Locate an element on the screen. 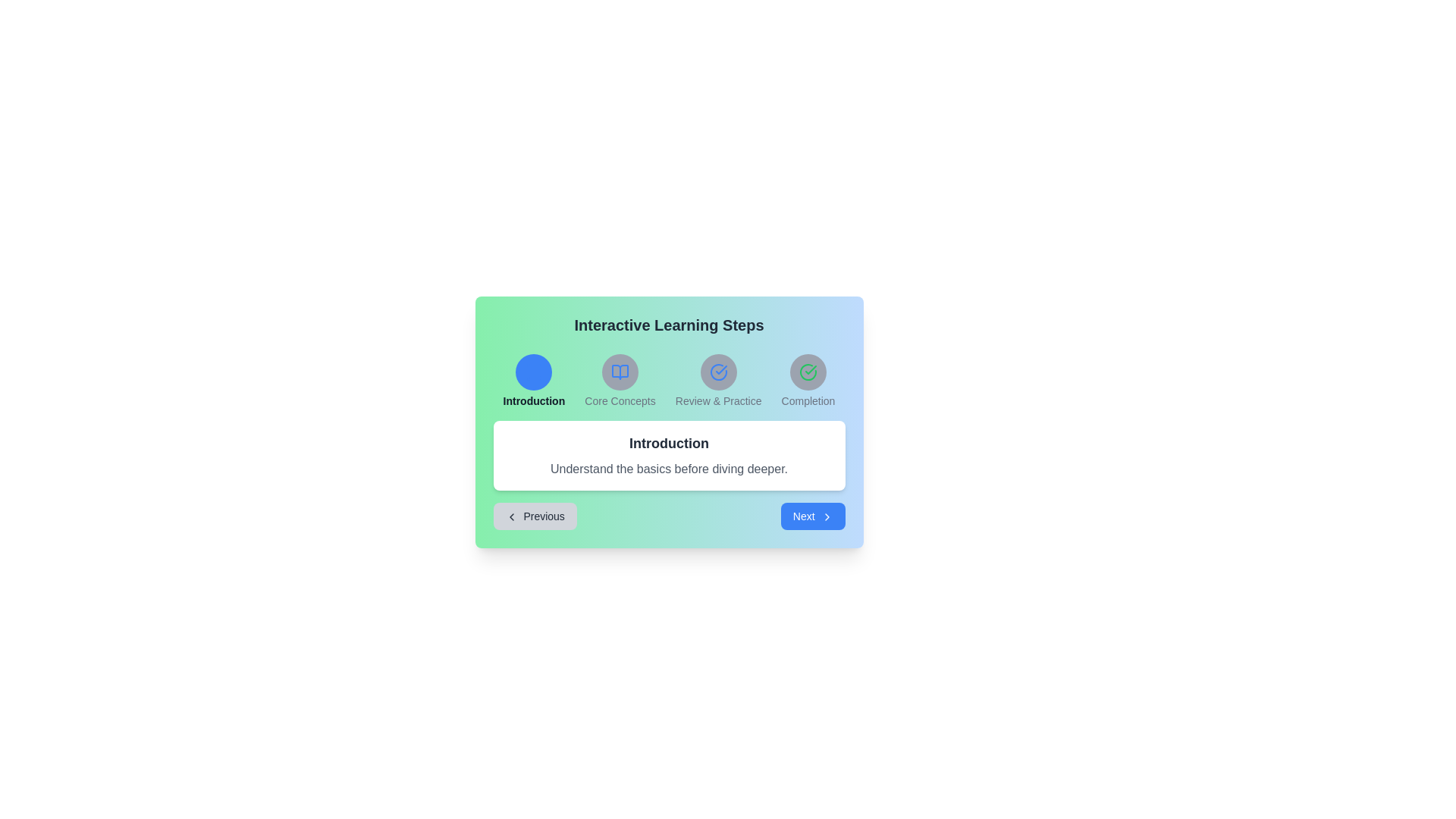 This screenshot has width=1456, height=819. the circular icon labeled 'Core Concepts', which features a blue open book graphic on a gray background, positioned in the second place of a horizontal navigation bar is located at coordinates (620, 380).